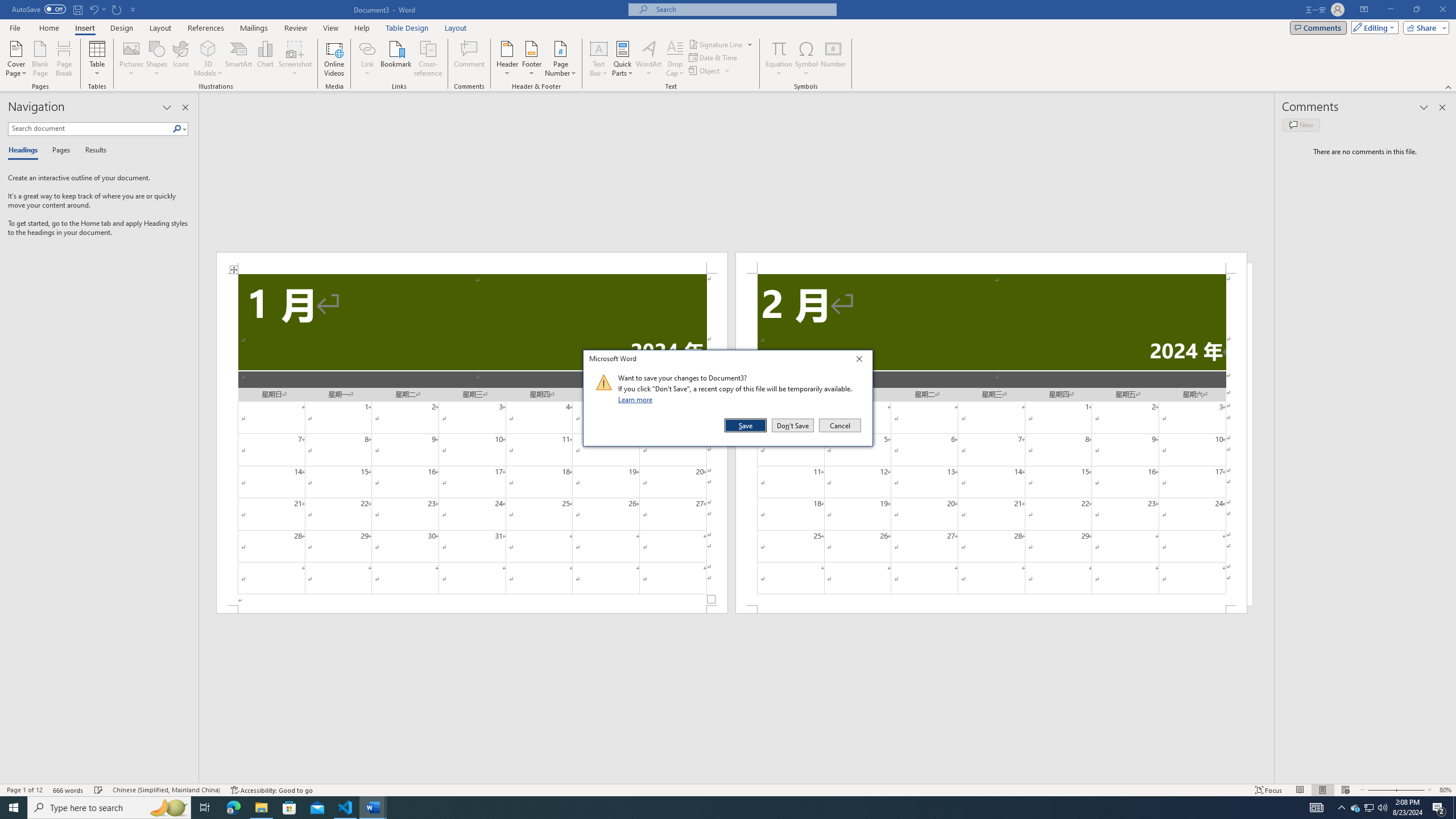 The image size is (1456, 819). I want to click on 'Table', so click(97, 59).